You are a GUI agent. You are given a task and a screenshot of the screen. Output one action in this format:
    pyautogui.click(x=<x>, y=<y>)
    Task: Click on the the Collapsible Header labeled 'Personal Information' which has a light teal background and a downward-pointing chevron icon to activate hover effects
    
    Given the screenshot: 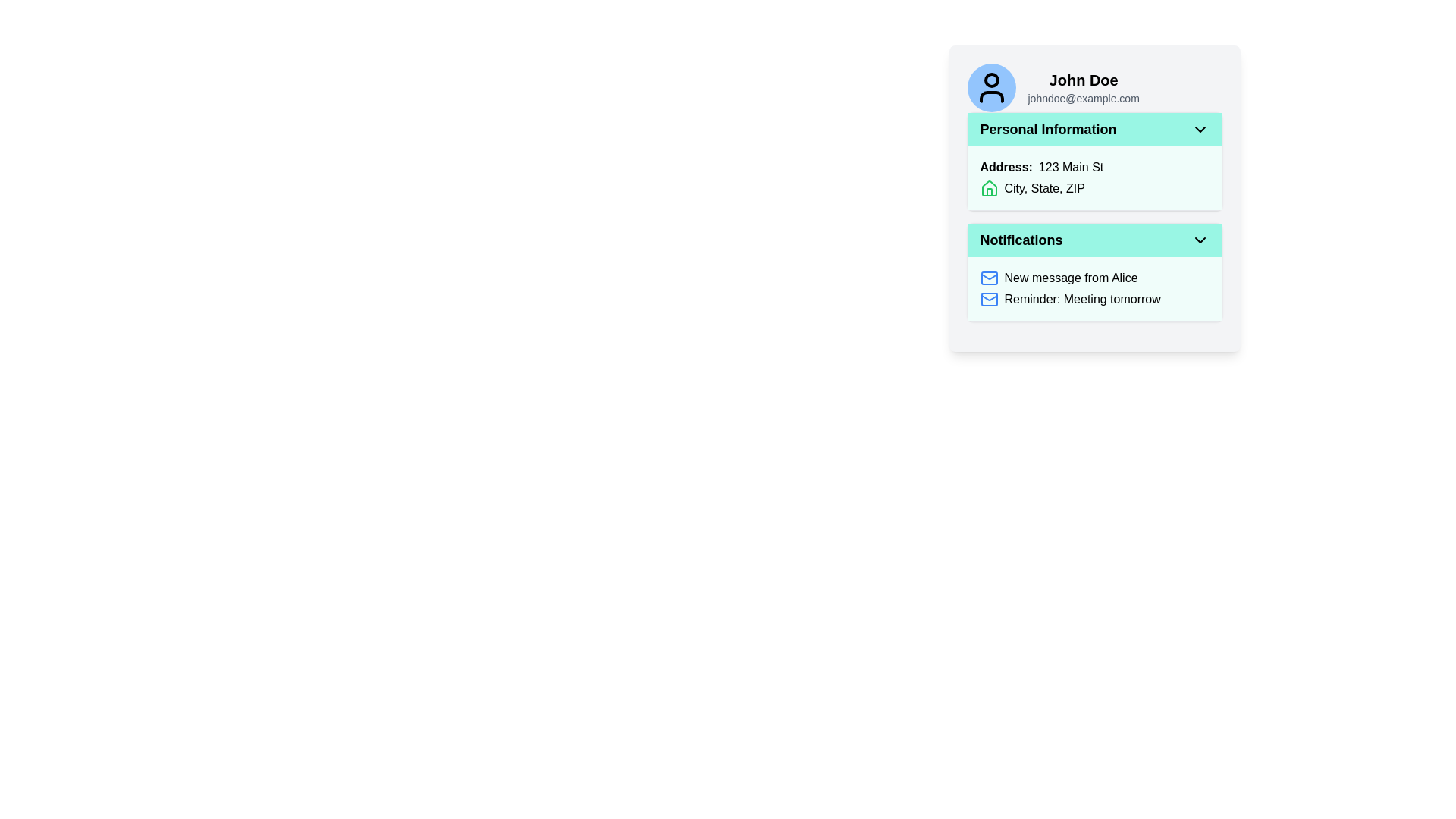 What is the action you would take?
    pyautogui.click(x=1094, y=128)
    